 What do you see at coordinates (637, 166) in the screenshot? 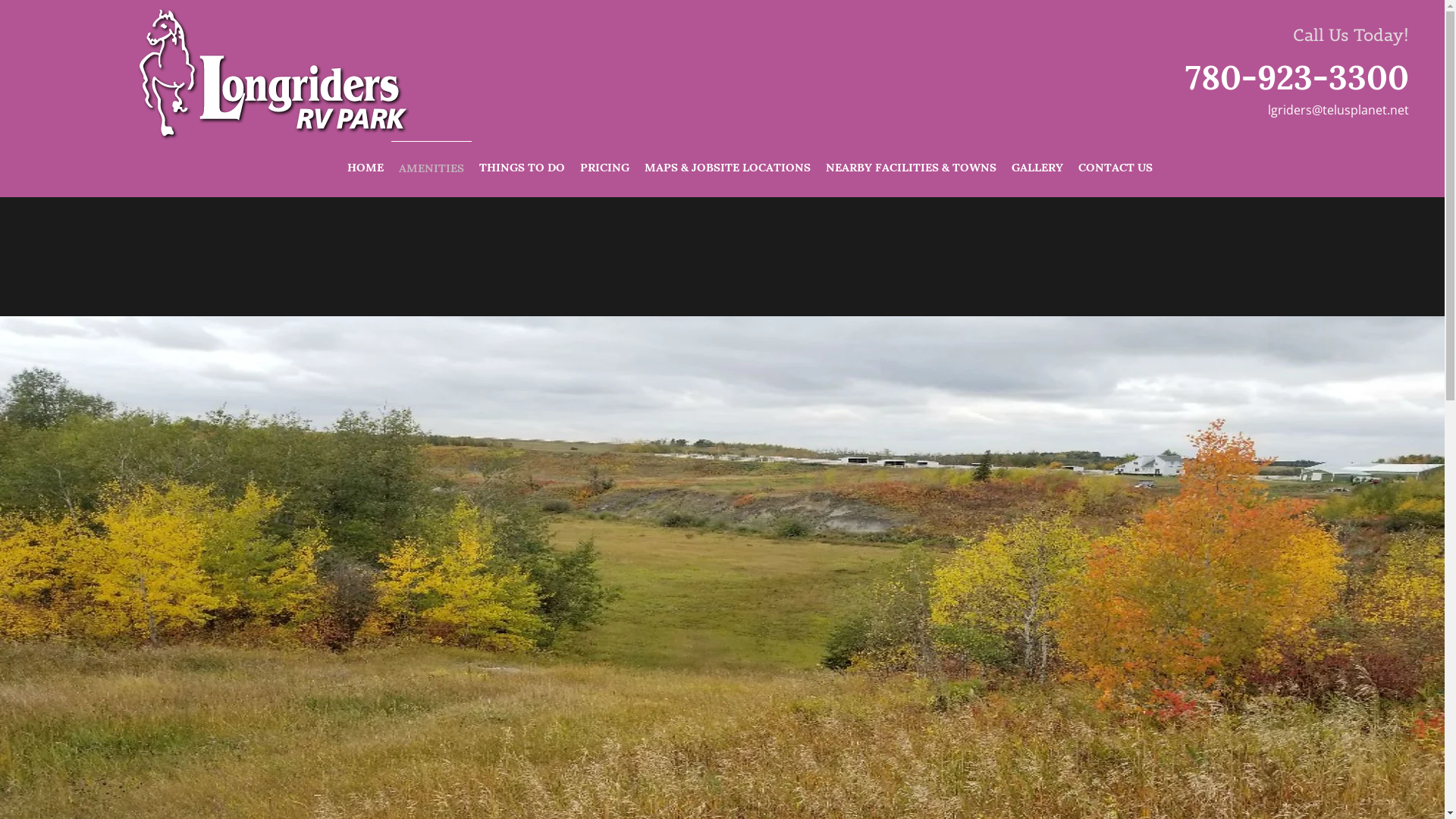
I see `'MAPS & JOBSITE LOCATIONS'` at bounding box center [637, 166].